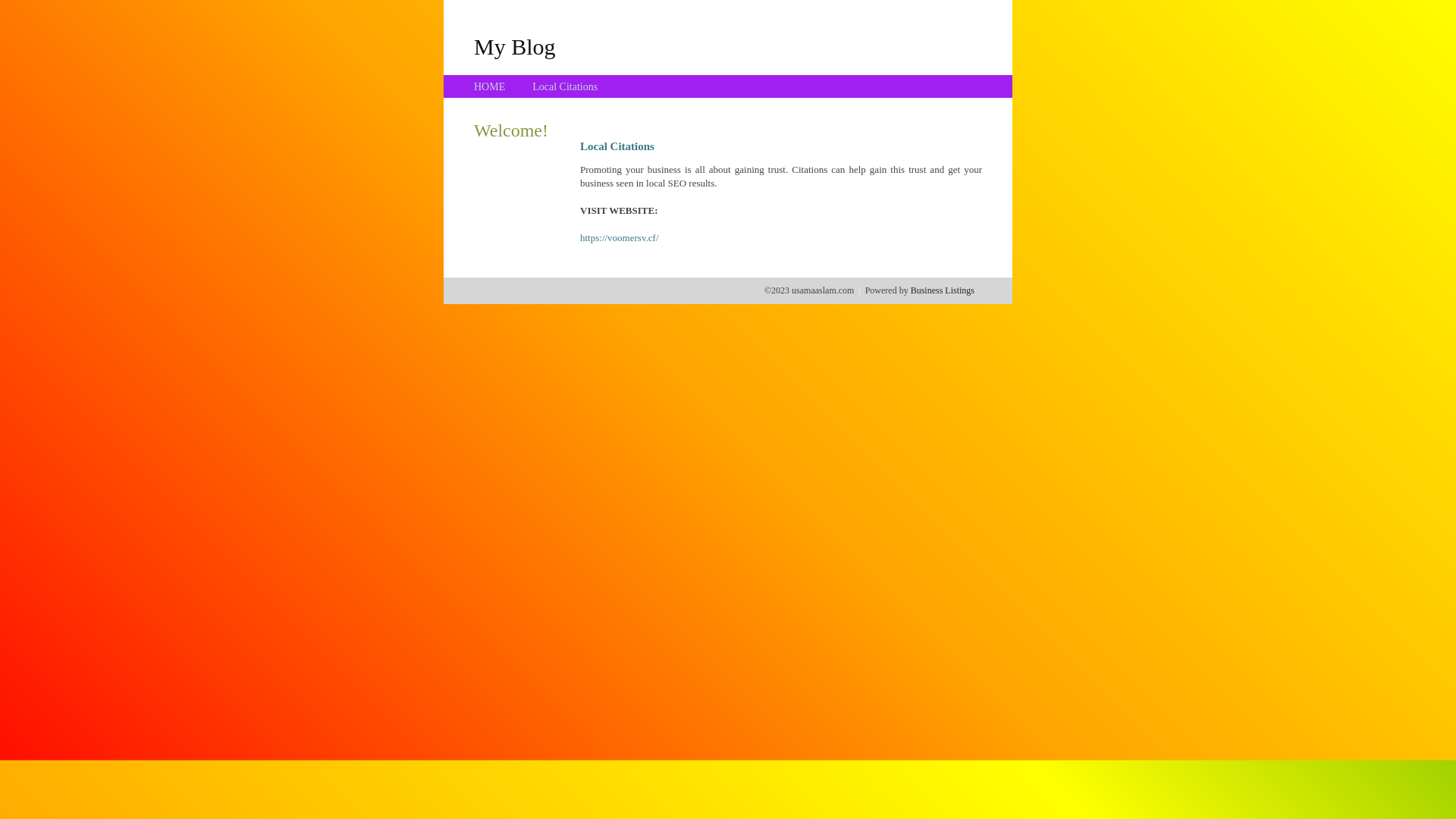  What do you see at coordinates (472, 86) in the screenshot?
I see `'HOME'` at bounding box center [472, 86].